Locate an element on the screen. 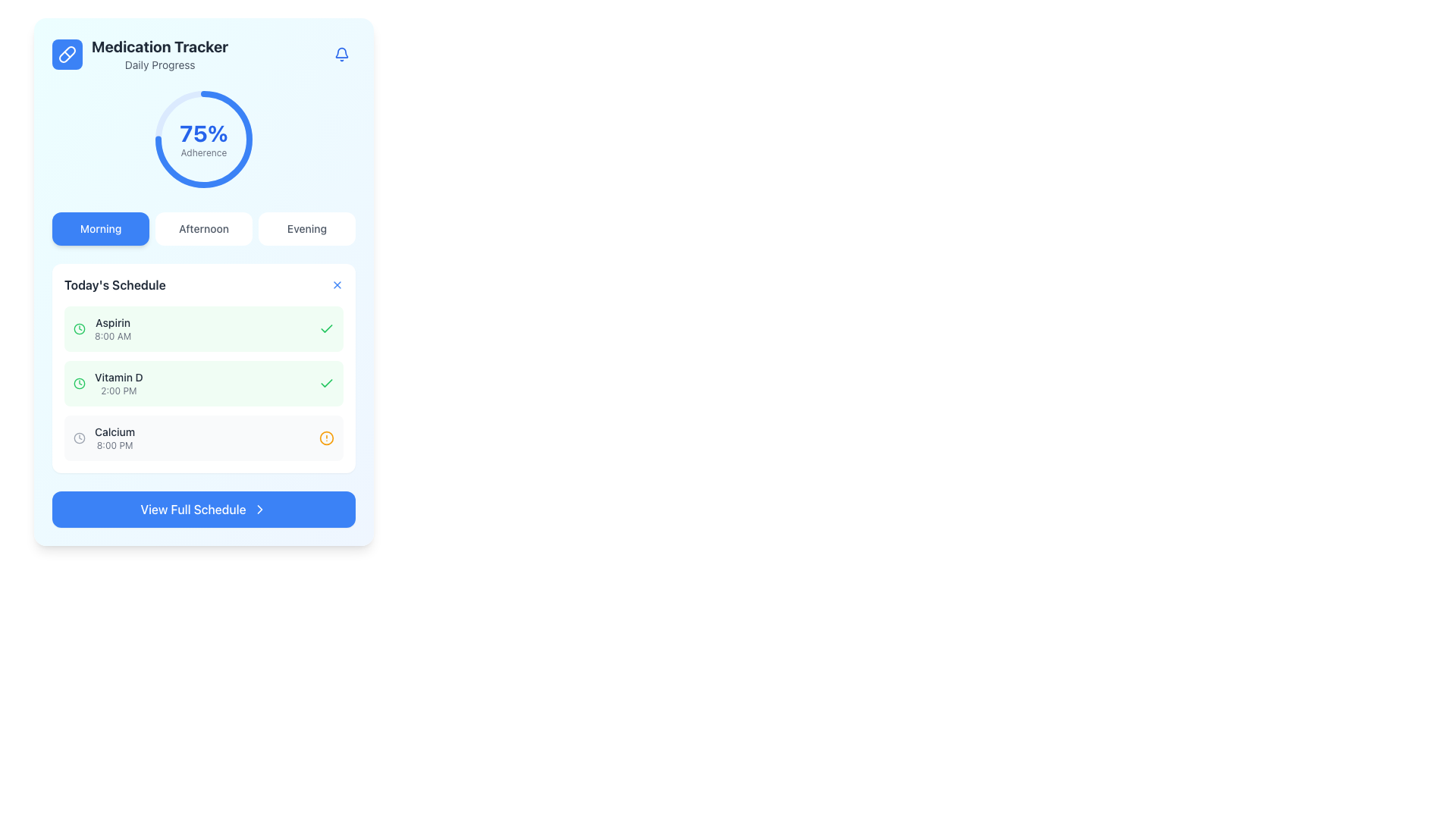  the medication schedule entry for 'Aspirin' with a green background is located at coordinates (202, 328).